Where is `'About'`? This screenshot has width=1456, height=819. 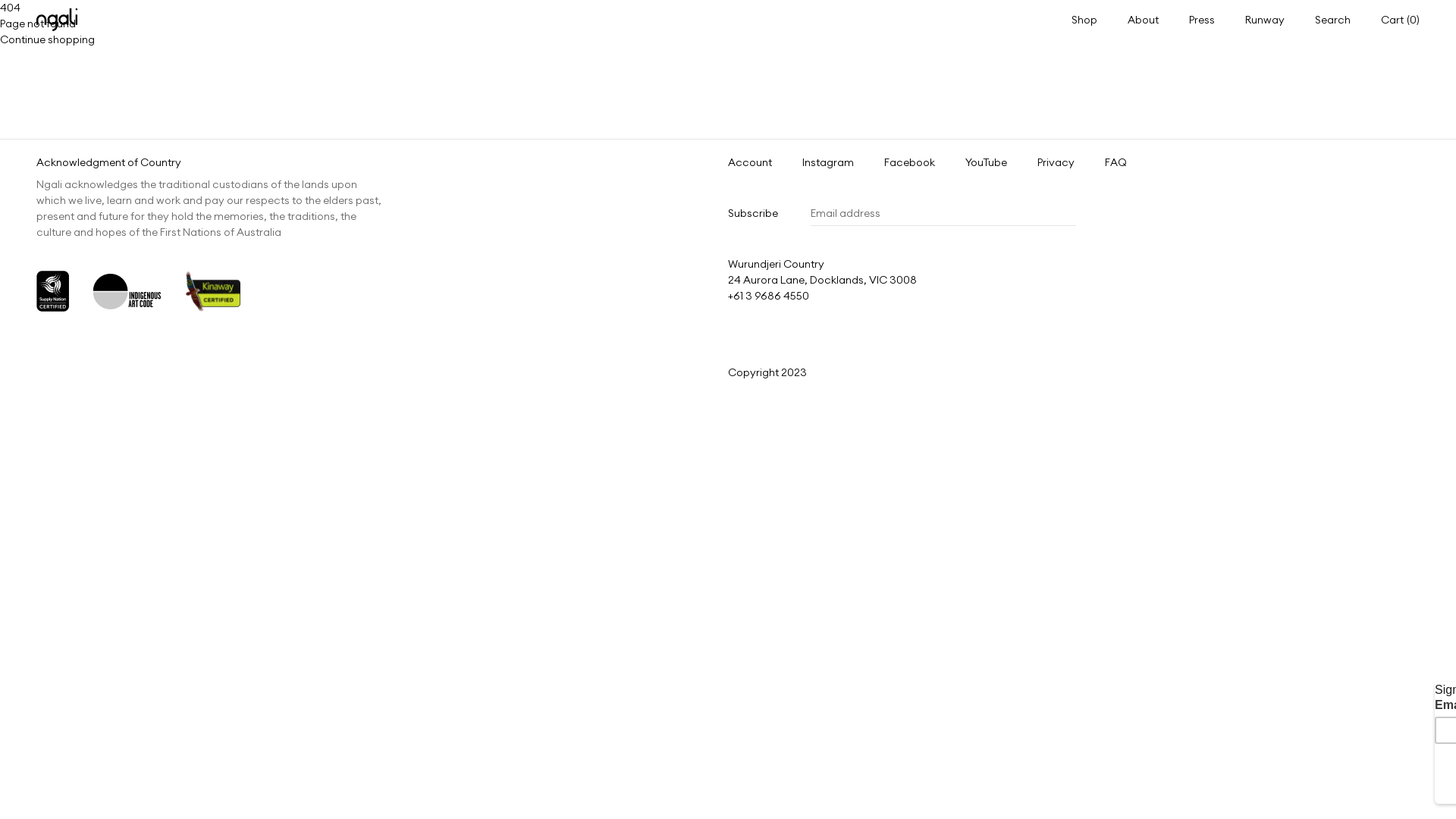 'About' is located at coordinates (1143, 18).